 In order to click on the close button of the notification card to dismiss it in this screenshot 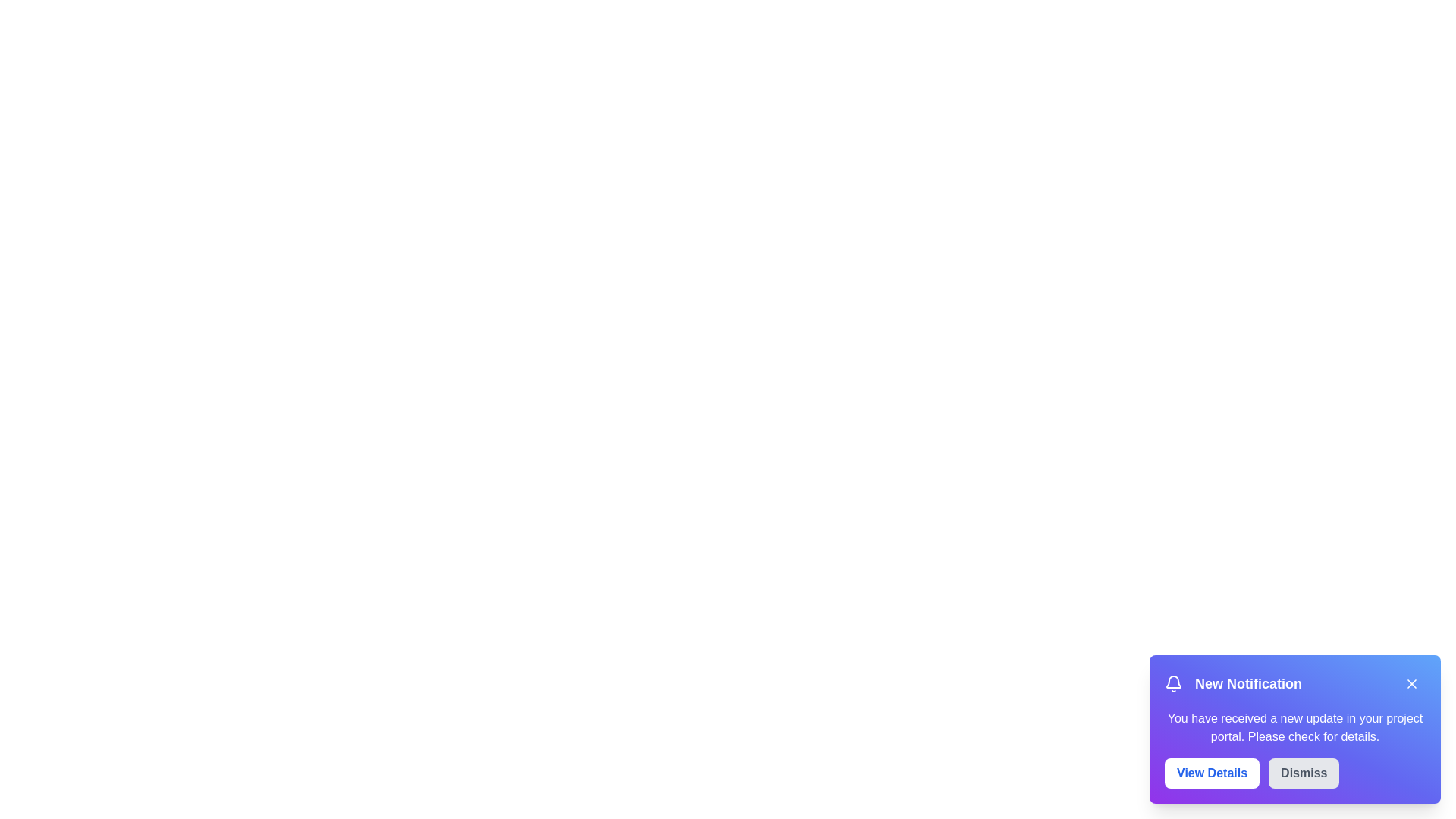, I will do `click(1411, 684)`.